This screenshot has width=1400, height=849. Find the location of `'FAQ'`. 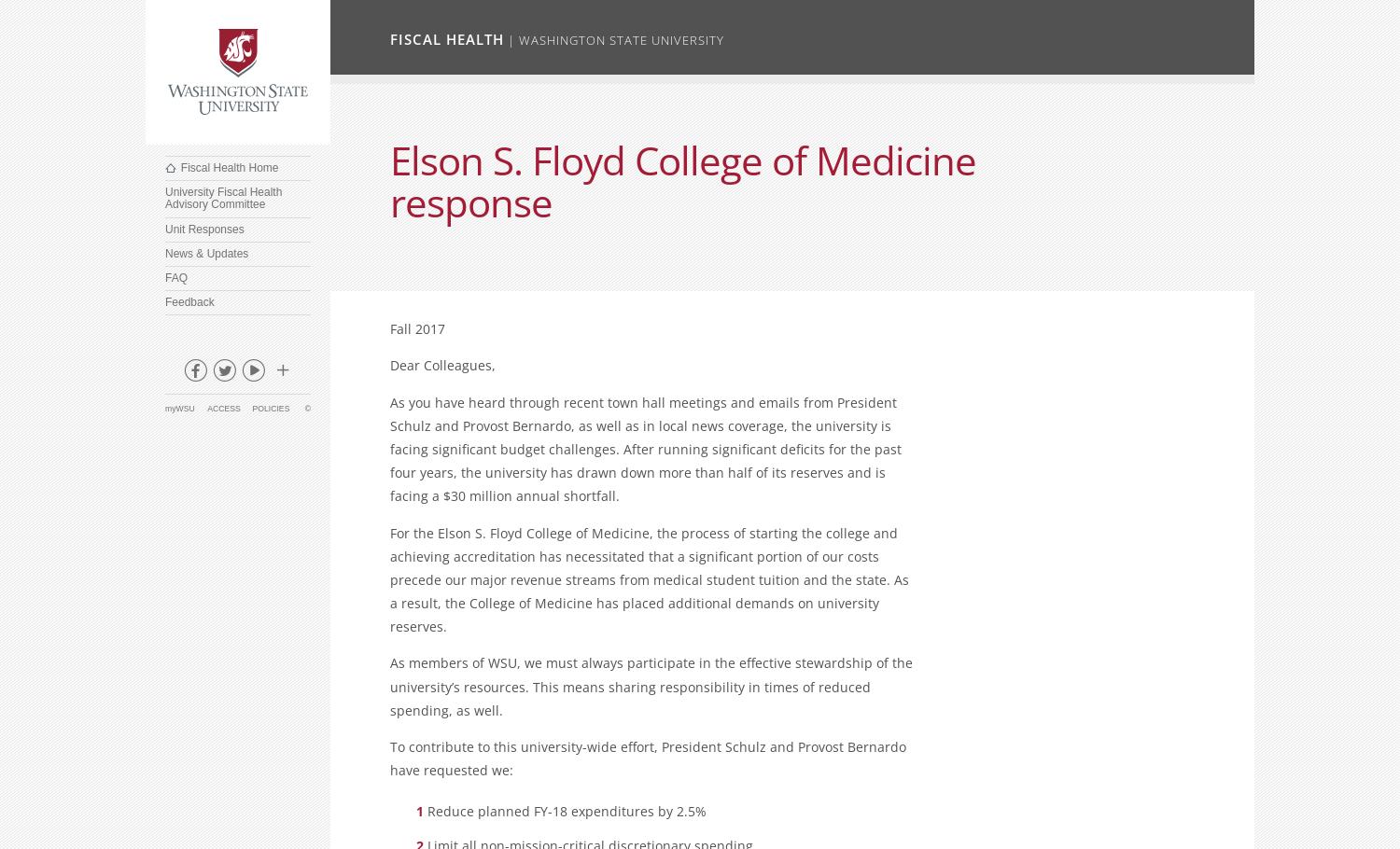

'FAQ' is located at coordinates (175, 277).